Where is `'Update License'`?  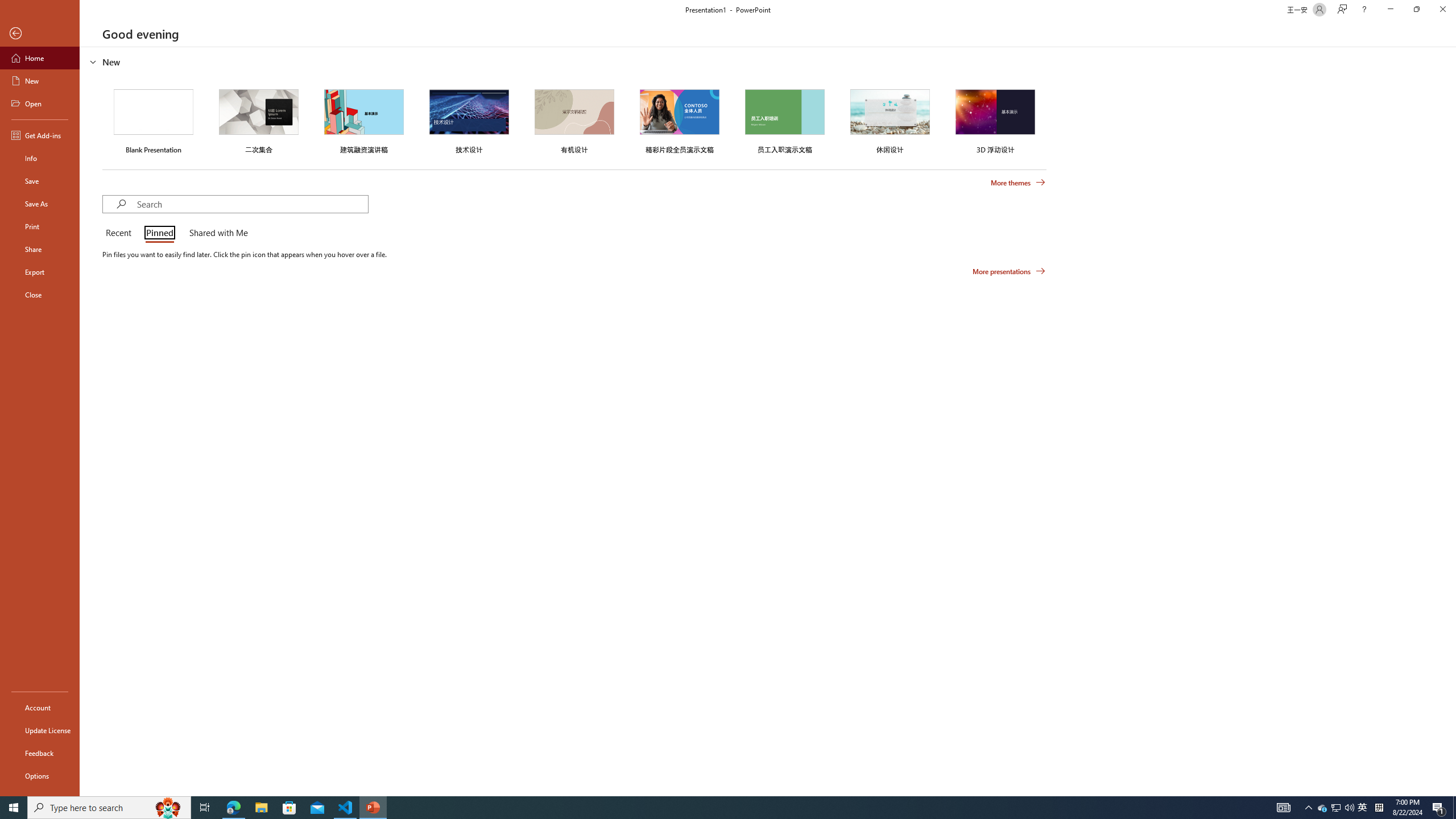 'Update License' is located at coordinates (39, 730).